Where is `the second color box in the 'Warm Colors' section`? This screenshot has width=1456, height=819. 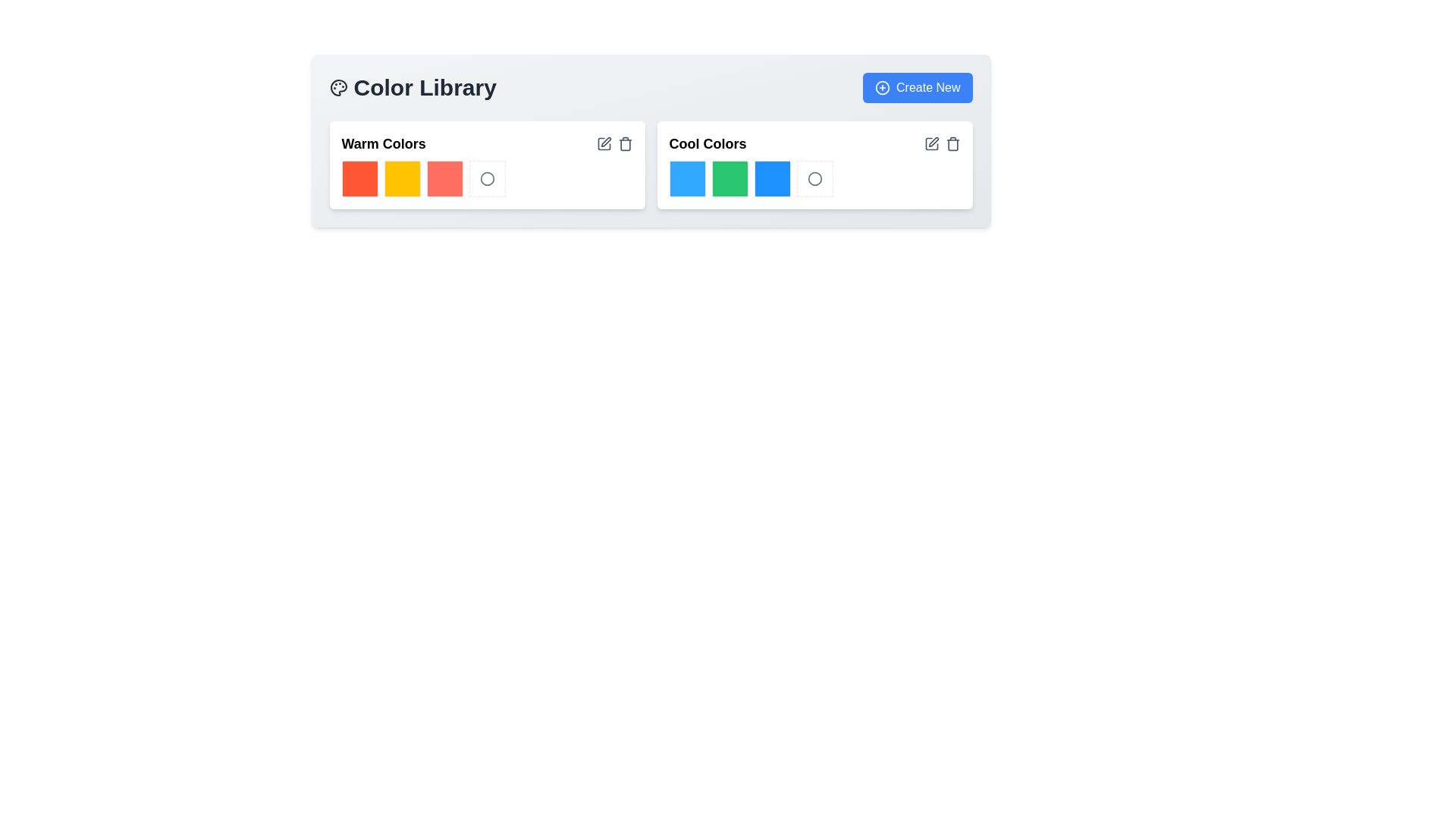
the second color box in the 'Warm Colors' section is located at coordinates (402, 177).